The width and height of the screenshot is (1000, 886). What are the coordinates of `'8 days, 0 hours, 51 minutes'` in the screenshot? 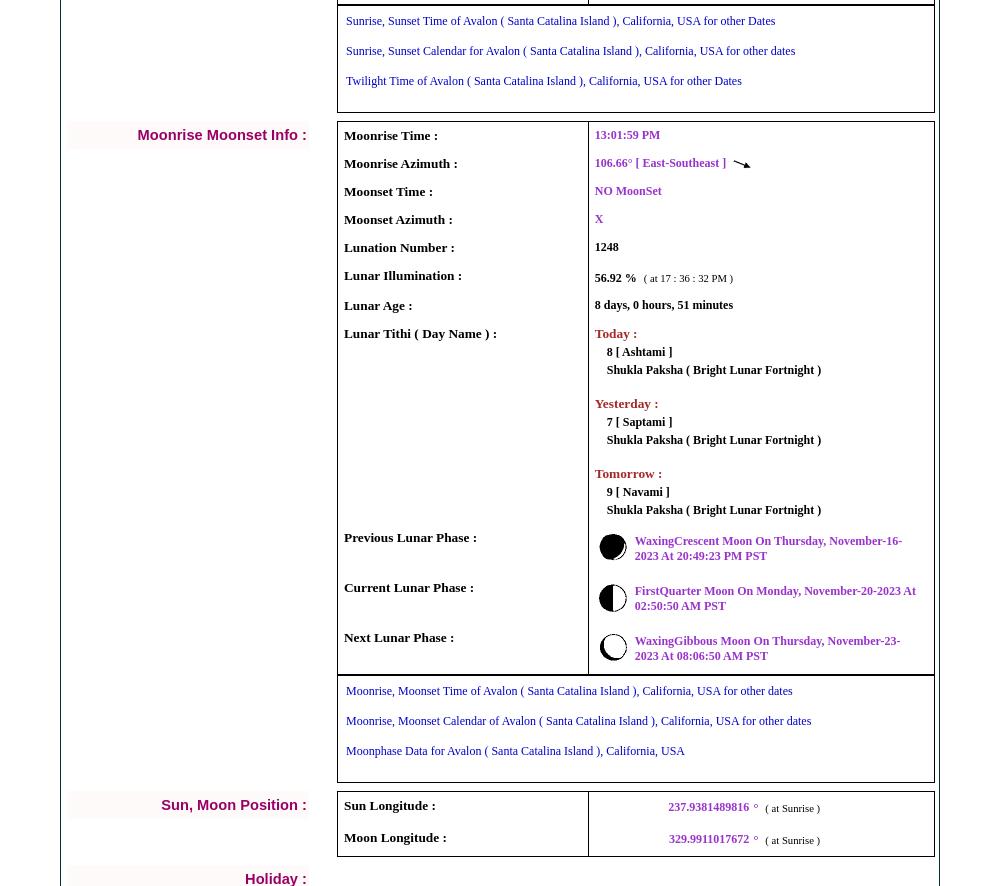 It's located at (663, 304).